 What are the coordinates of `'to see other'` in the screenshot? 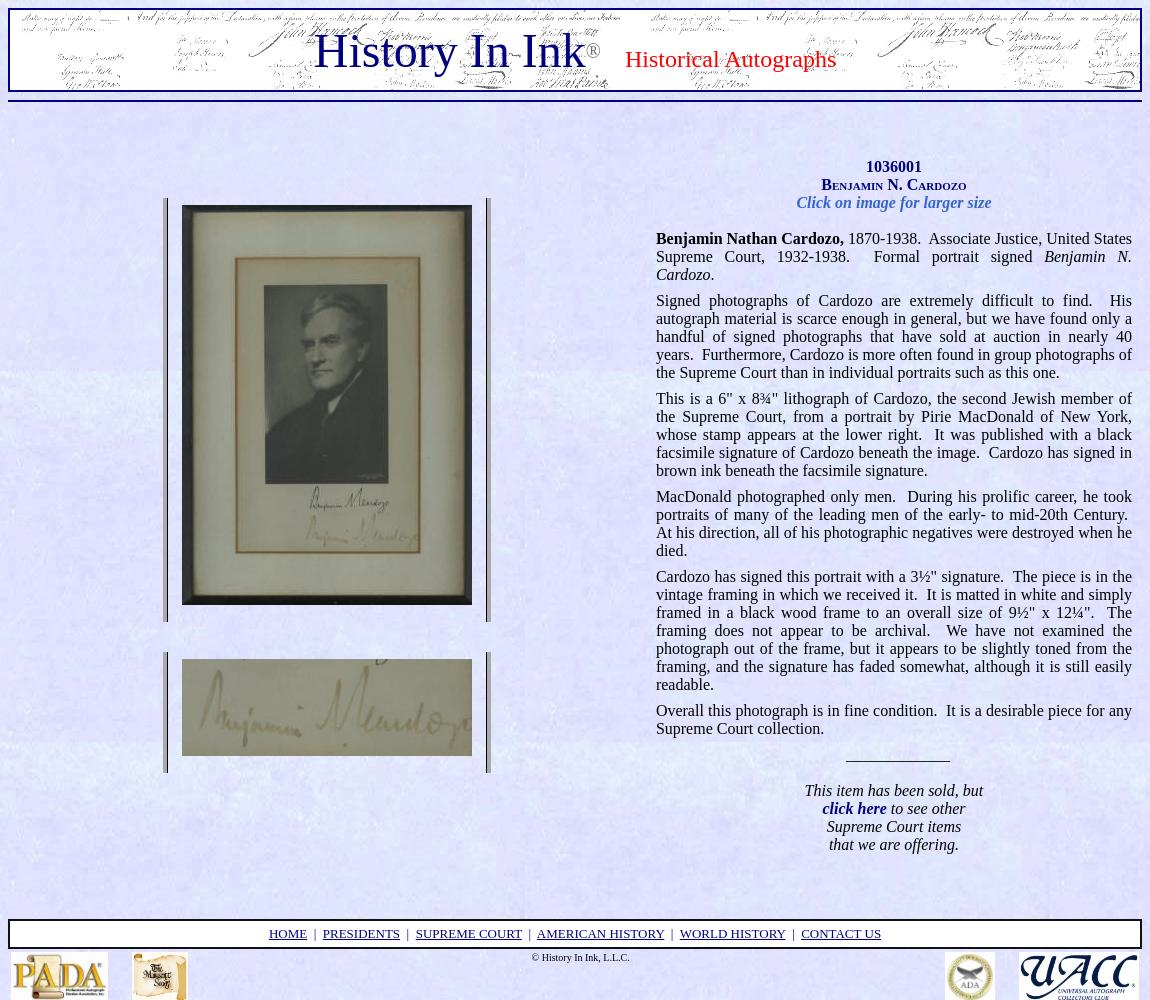 It's located at (925, 807).